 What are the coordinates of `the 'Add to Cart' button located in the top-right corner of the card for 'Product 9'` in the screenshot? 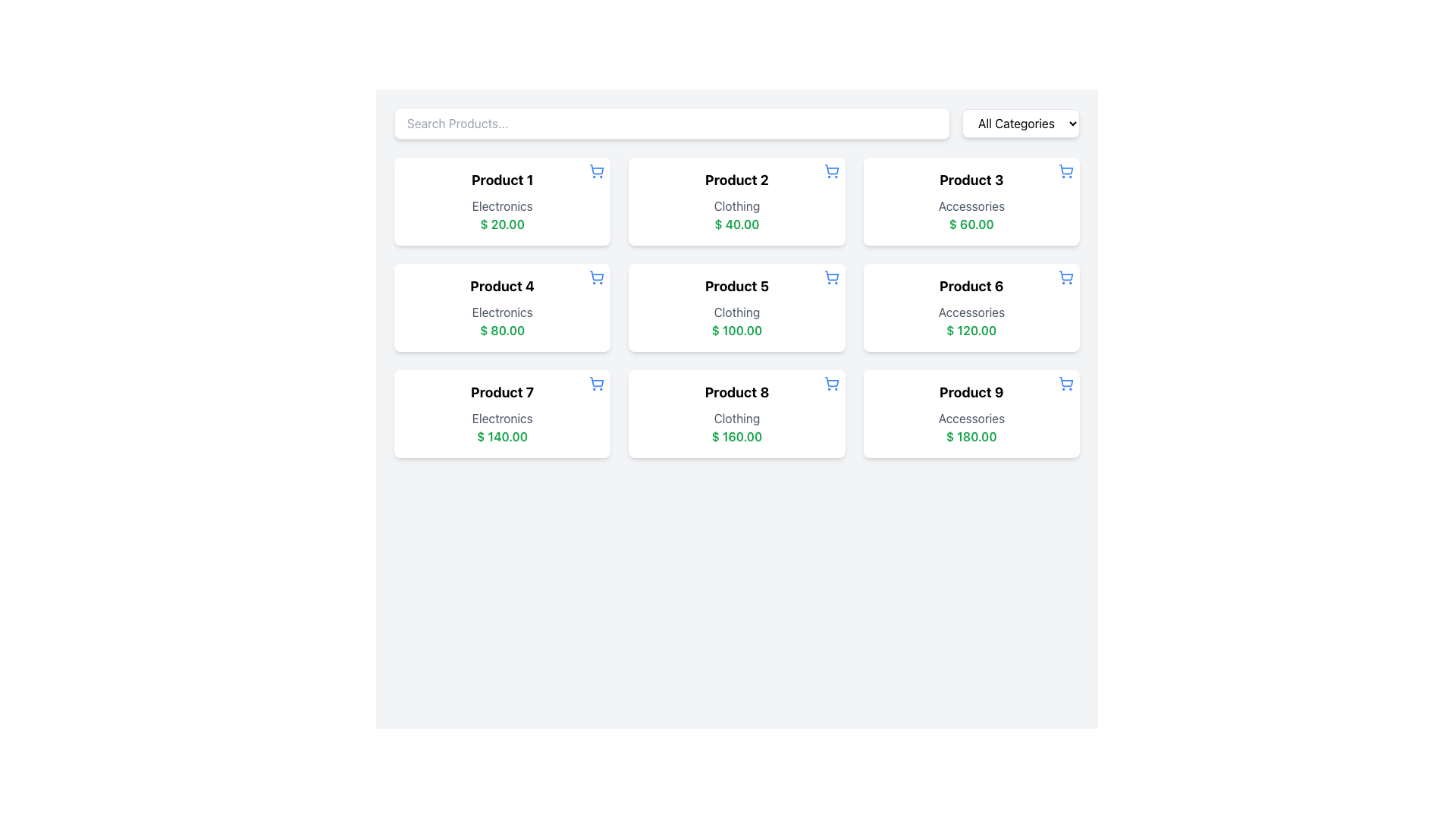 It's located at (1065, 382).